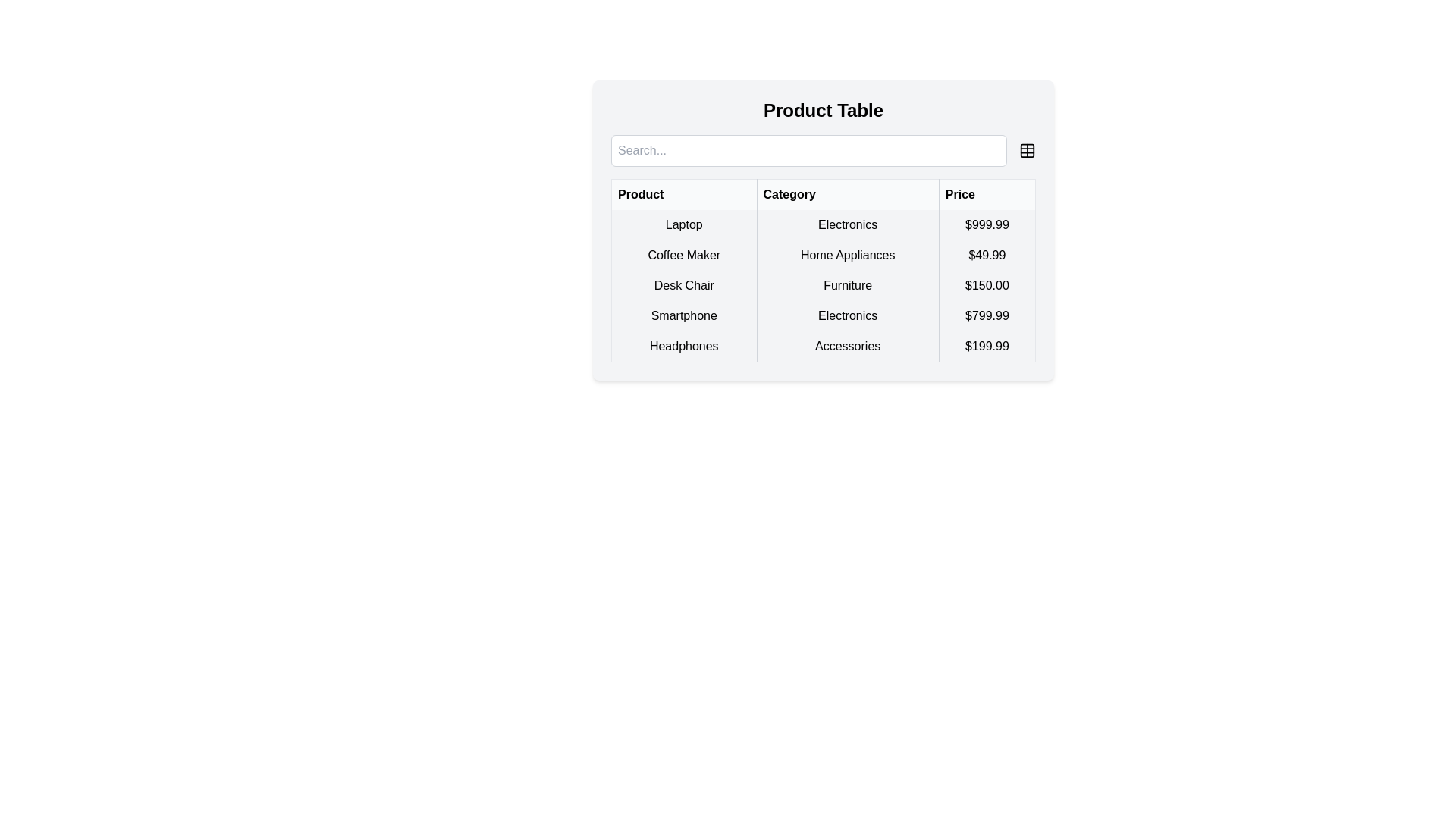 The width and height of the screenshot is (1456, 819). I want to click on the static text element in the second cell of the 'Category' column associated with the 'Headphones' row, which serves as a label or indicator of the category, so click(847, 347).